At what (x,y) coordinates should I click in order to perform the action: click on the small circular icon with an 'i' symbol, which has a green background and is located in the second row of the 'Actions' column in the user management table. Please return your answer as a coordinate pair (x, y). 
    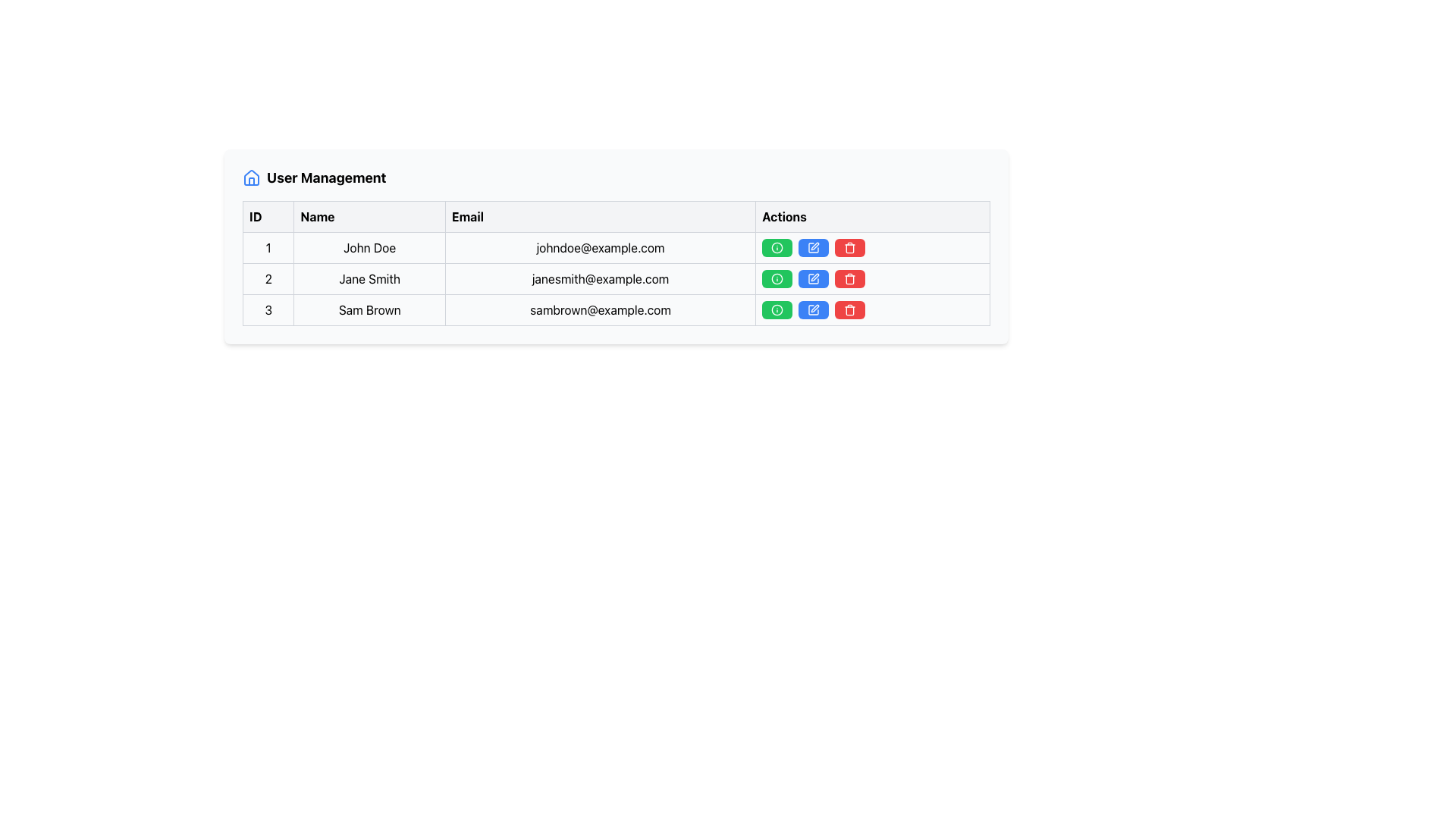
    Looking at the image, I should click on (777, 278).